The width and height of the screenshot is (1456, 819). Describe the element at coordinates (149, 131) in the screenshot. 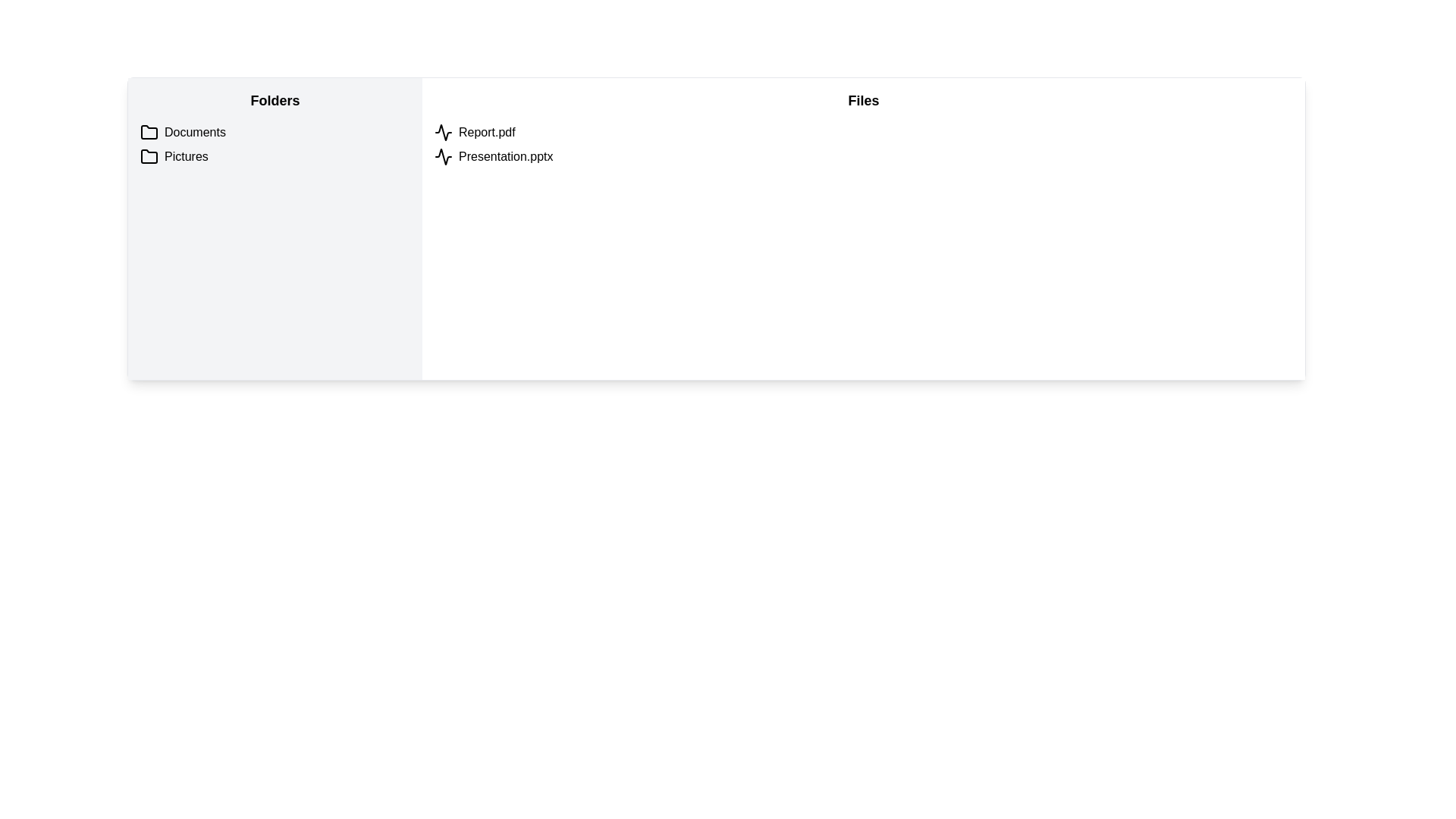

I see `the 'Documents' folder icon located in the 'Folders' section, which is the first icon in the list to enhance visual navigation` at that location.